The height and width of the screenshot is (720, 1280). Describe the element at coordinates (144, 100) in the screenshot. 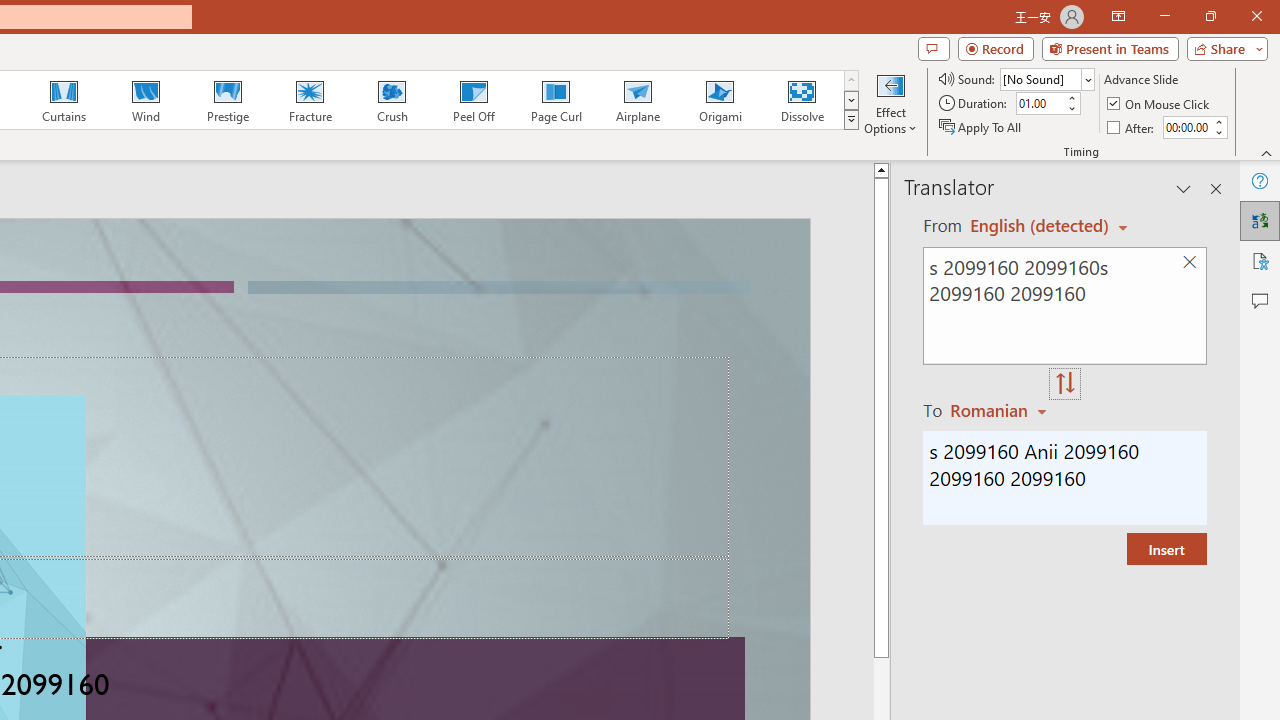

I see `'Wind'` at that location.